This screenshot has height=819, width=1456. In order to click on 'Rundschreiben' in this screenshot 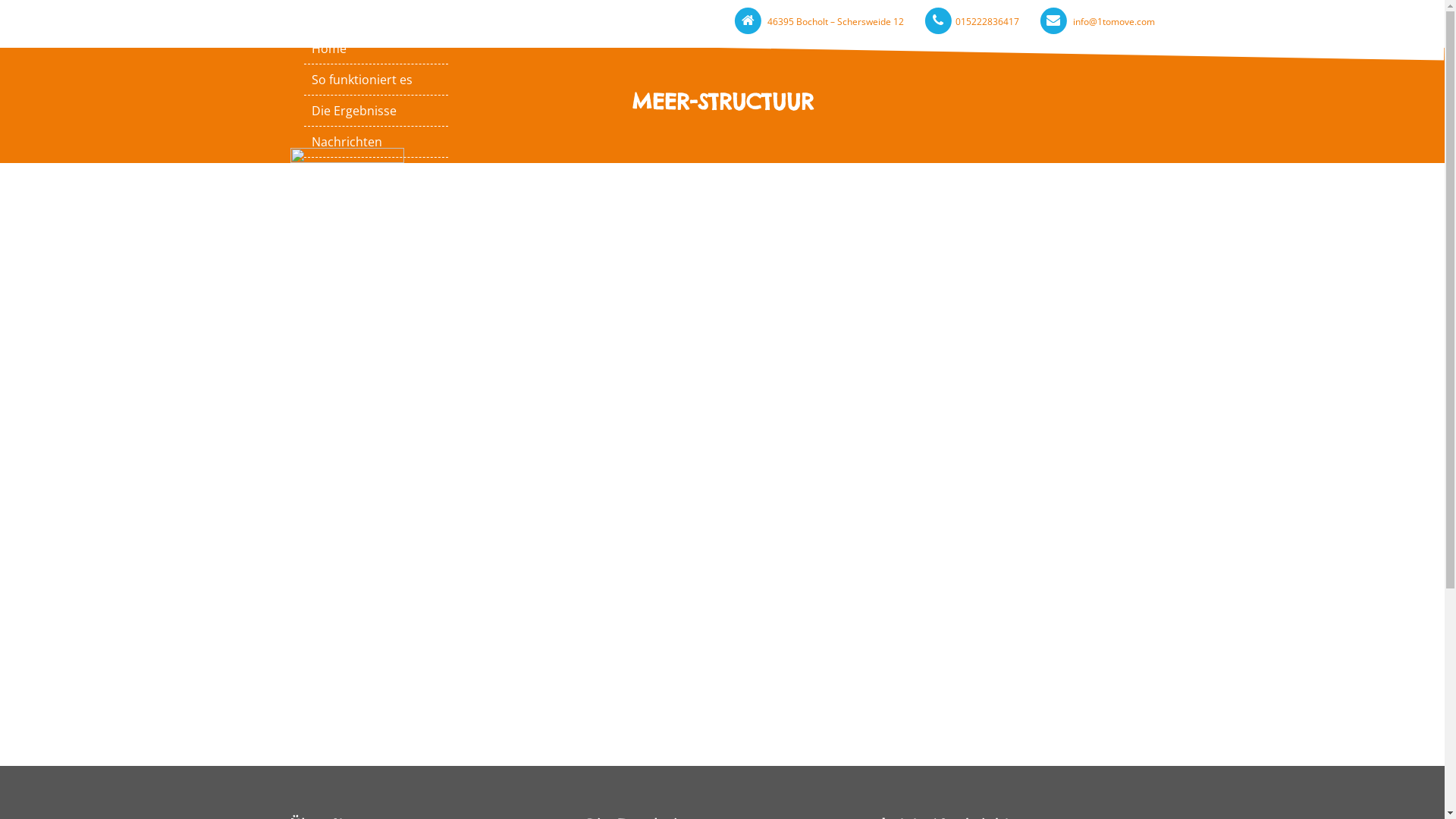, I will do `click(303, 234)`.